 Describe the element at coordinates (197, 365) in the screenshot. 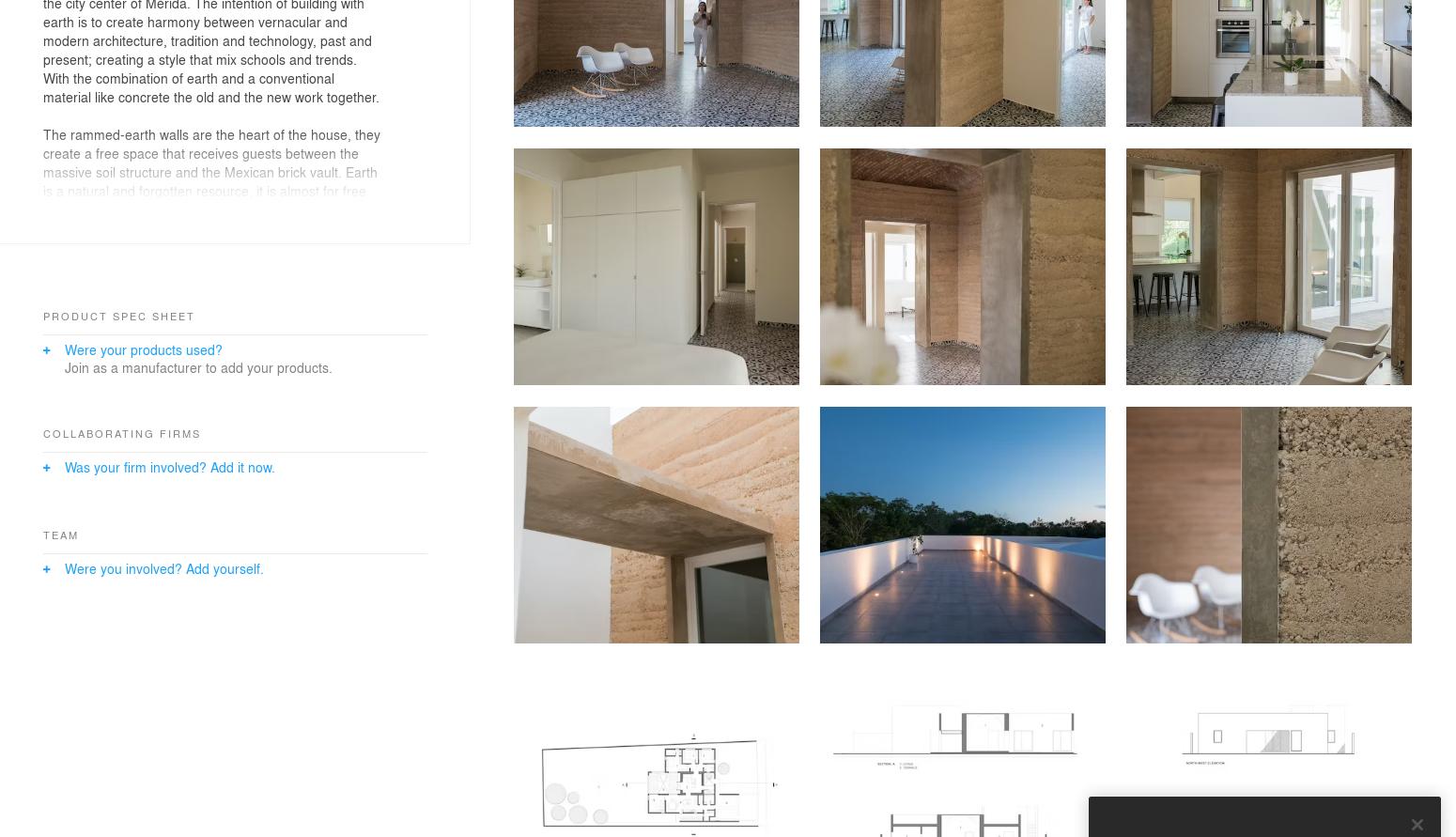

I see `'Join as a manufacturer to add your products.'` at that location.